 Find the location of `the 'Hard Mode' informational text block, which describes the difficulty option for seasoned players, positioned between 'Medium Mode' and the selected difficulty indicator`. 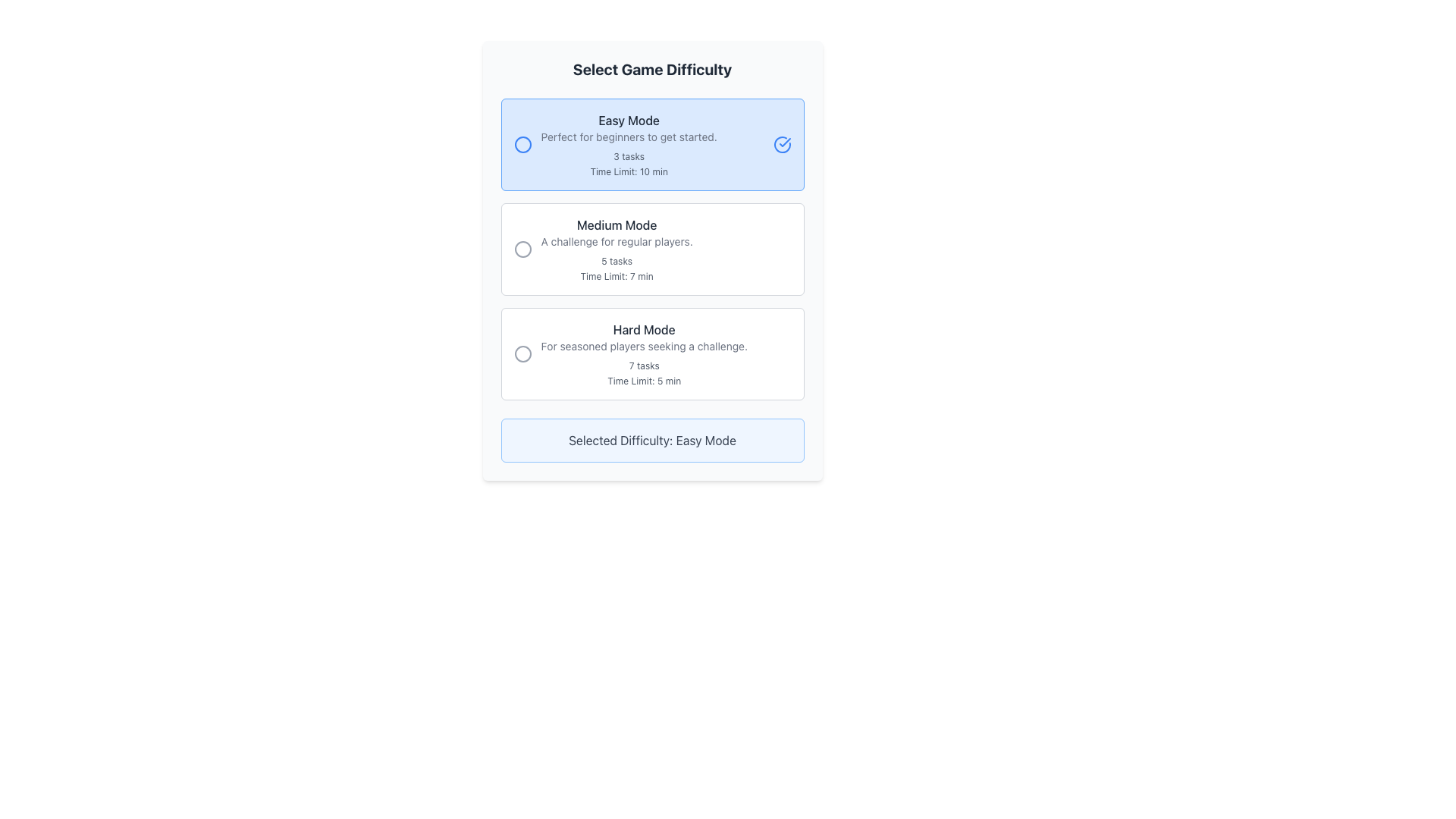

the 'Hard Mode' informational text block, which describes the difficulty option for seasoned players, positioned between 'Medium Mode' and the selected difficulty indicator is located at coordinates (644, 353).